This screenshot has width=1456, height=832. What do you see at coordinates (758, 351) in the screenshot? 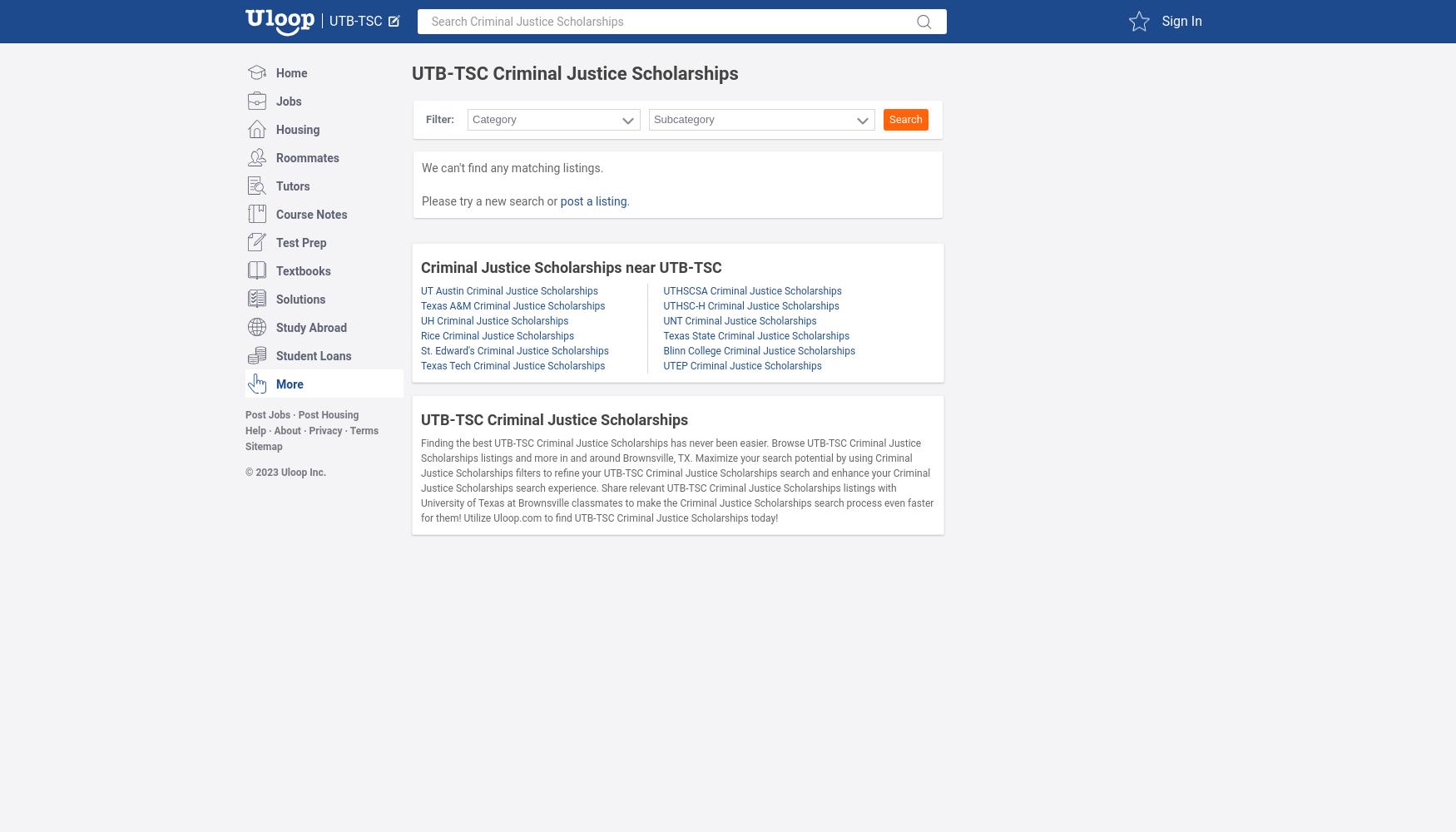
I see `'Blinn College Criminal Justice Scholarships'` at bounding box center [758, 351].